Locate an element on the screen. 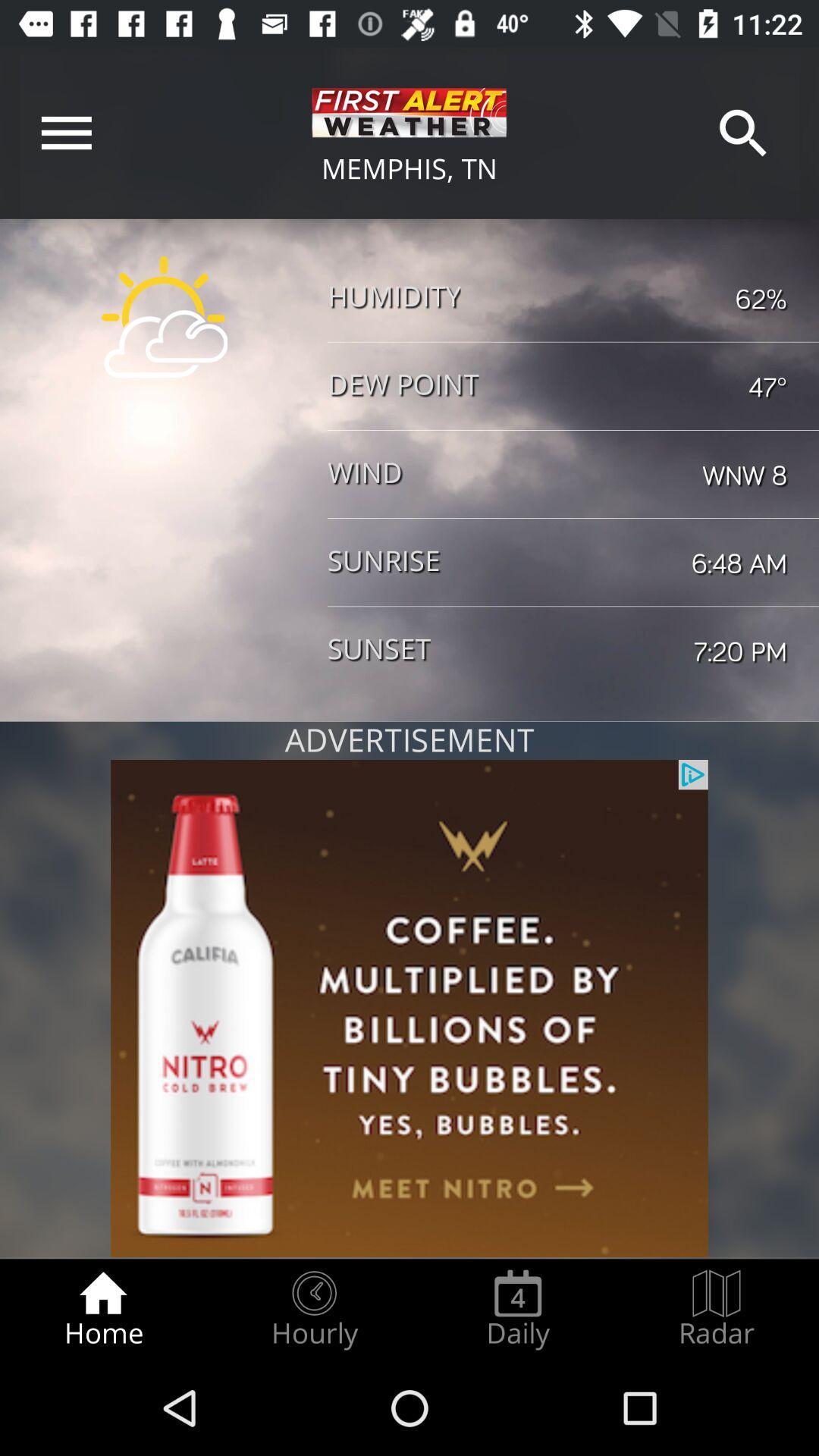 This screenshot has width=819, height=1456. daily icon is located at coordinates (517, 1309).